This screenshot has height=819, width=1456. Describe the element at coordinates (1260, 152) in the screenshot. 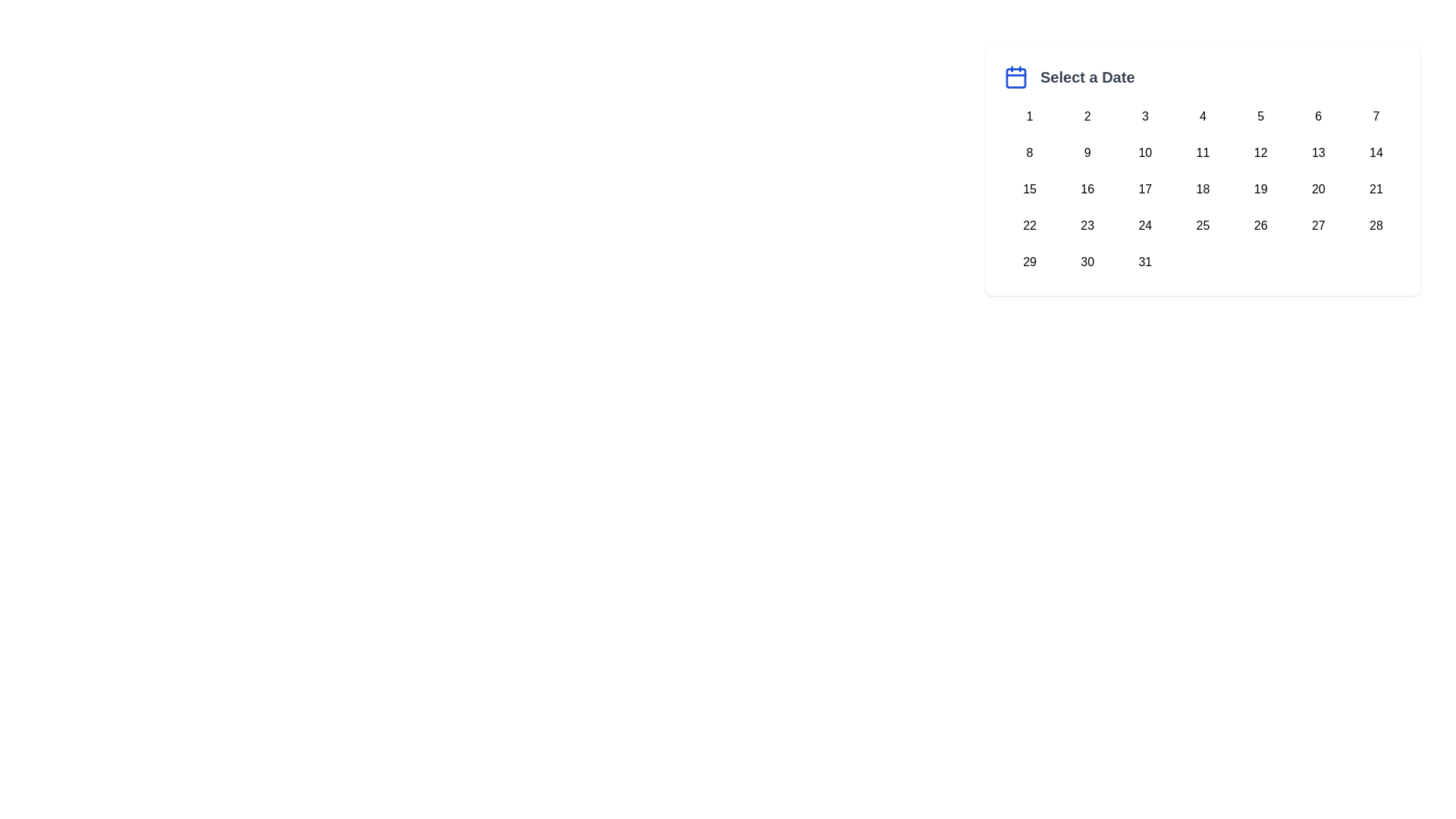

I see `the button displaying the number '12' in the second row and fifth column of the grid layout to trigger hover styles` at that location.